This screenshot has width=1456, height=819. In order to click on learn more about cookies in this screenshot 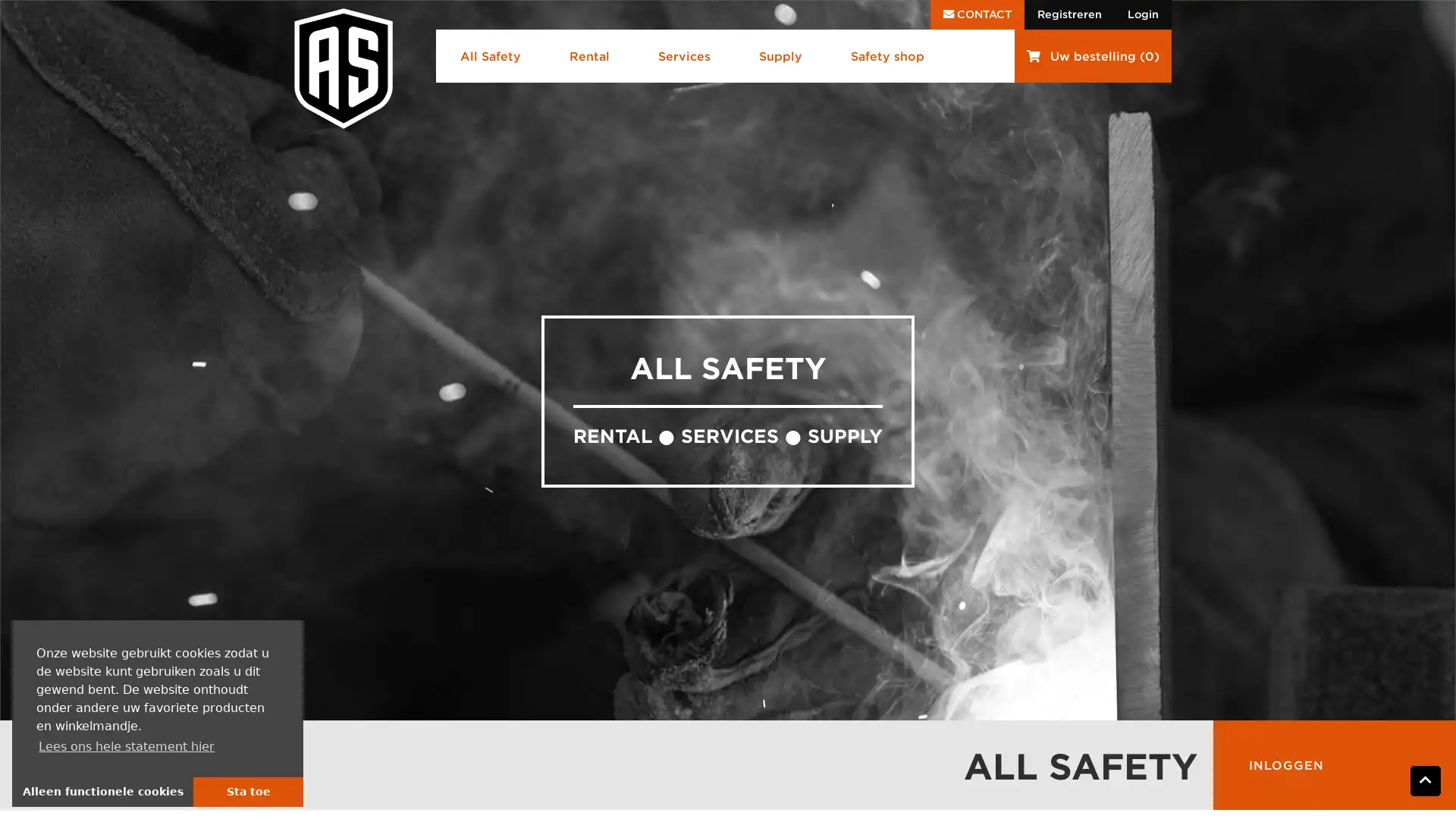, I will do `click(127, 745)`.